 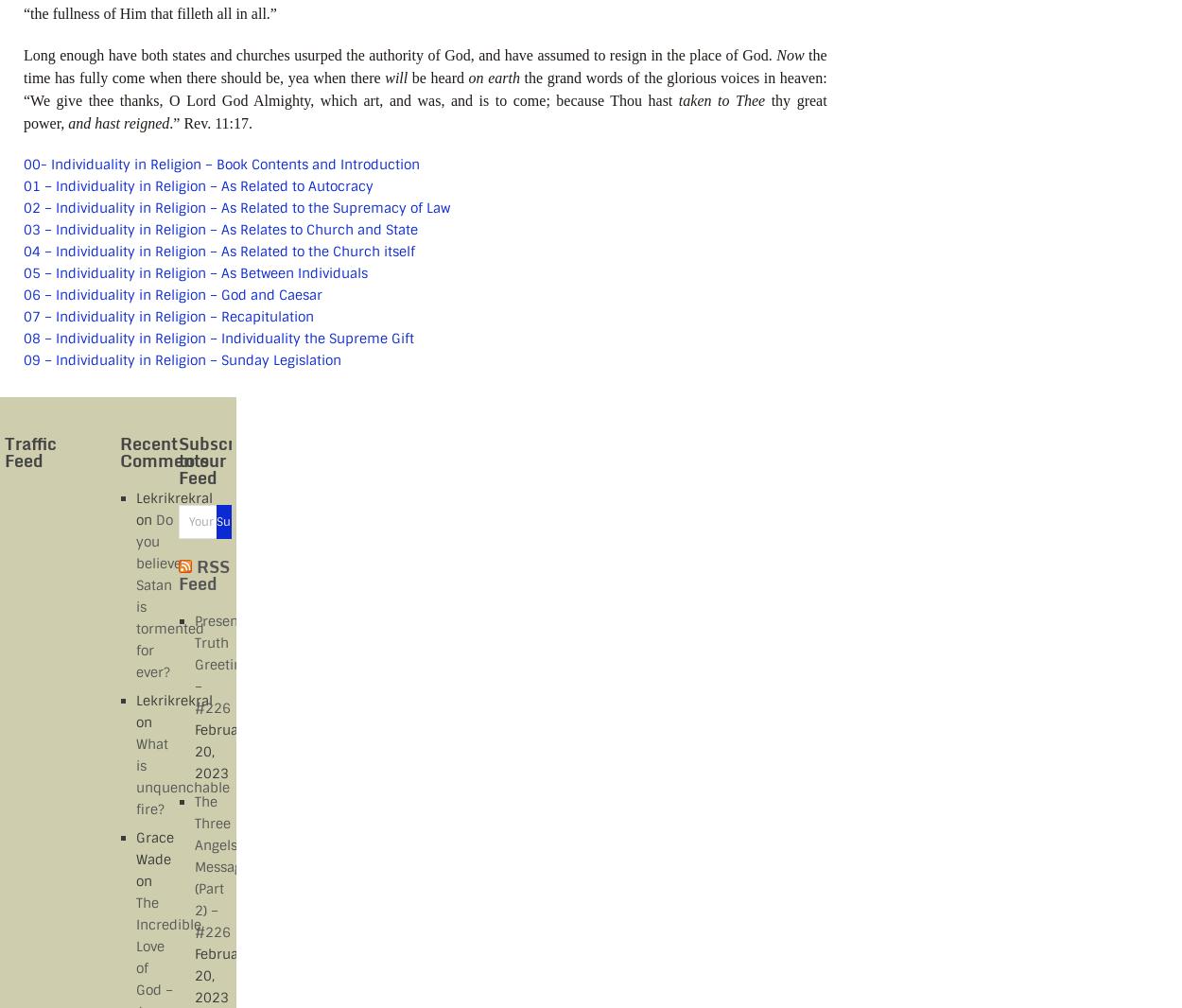 I want to click on '00- Individuality in Religion – Book Contents and Introduction', so click(x=220, y=163).